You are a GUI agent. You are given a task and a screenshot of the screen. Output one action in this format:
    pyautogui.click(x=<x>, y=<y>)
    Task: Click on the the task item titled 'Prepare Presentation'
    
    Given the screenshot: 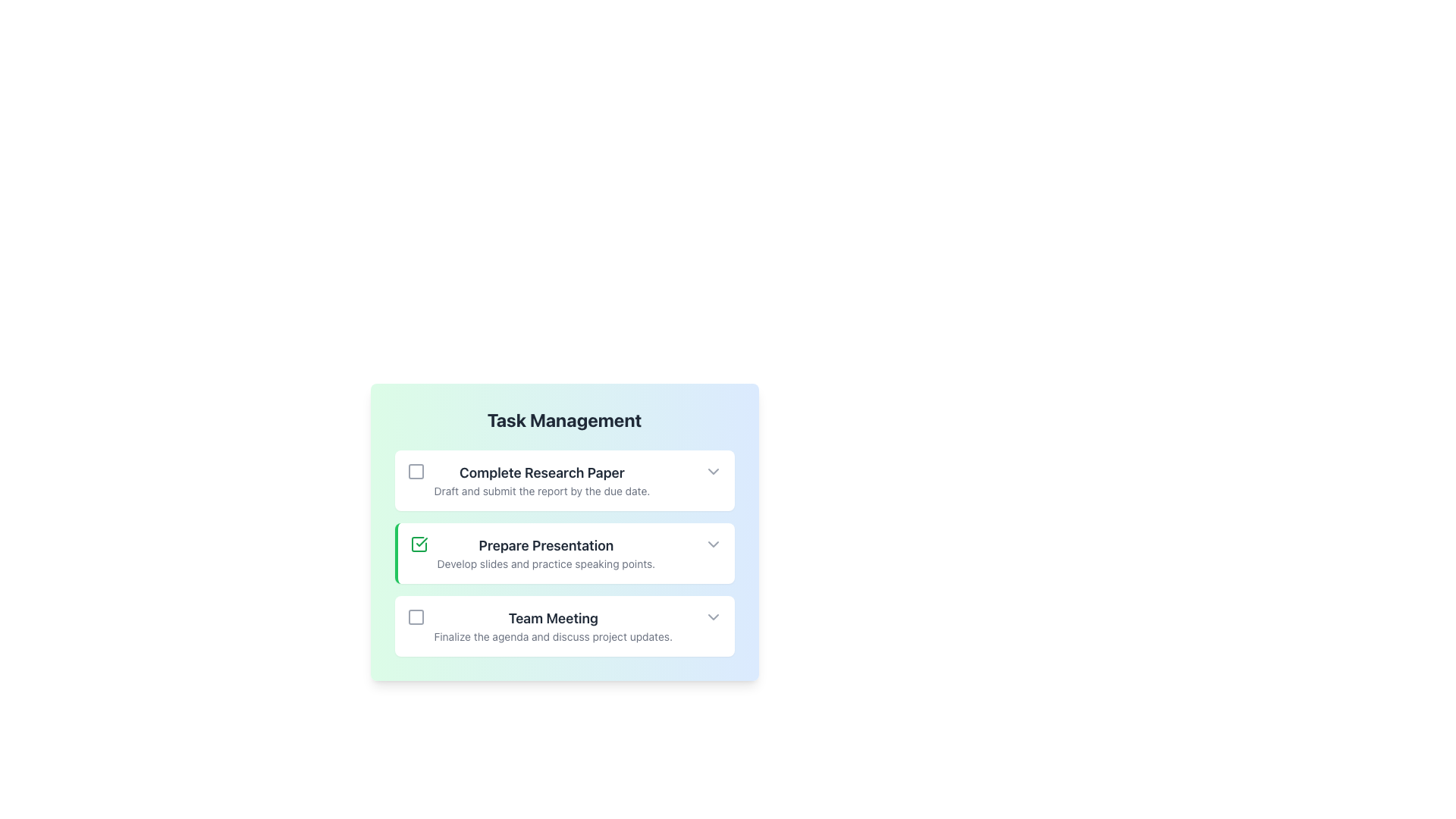 What is the action you would take?
    pyautogui.click(x=563, y=532)
    